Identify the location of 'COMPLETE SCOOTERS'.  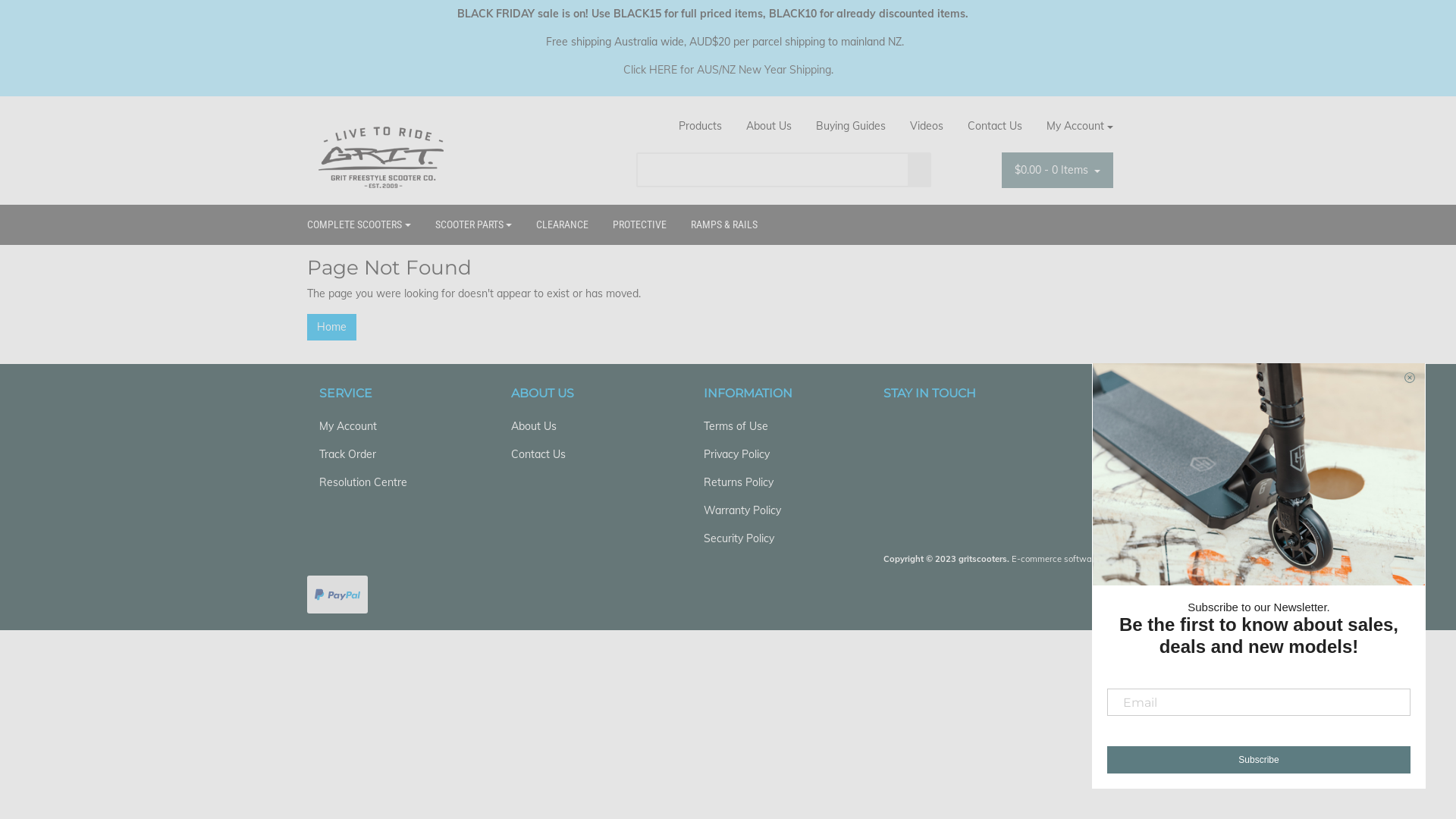
(365, 224).